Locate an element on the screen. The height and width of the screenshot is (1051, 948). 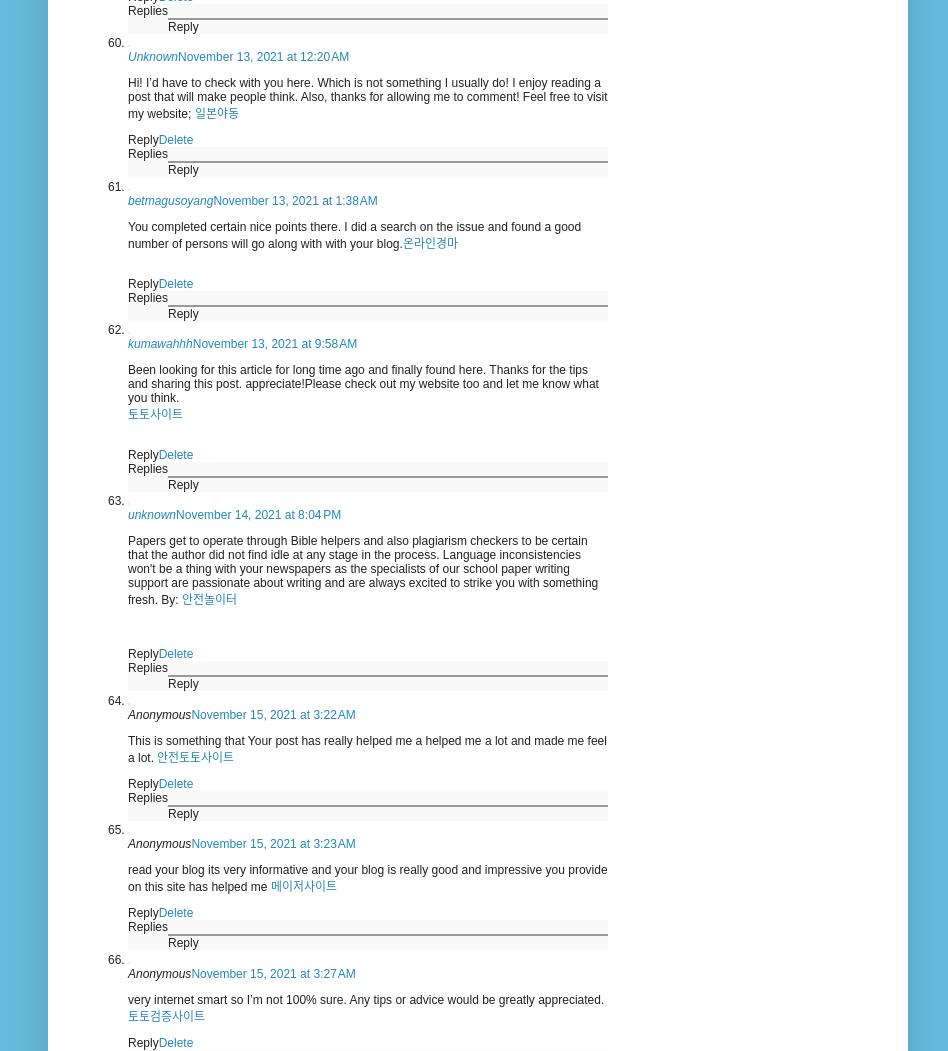
'November 15, 2021 at 3:27 AM' is located at coordinates (273, 973).